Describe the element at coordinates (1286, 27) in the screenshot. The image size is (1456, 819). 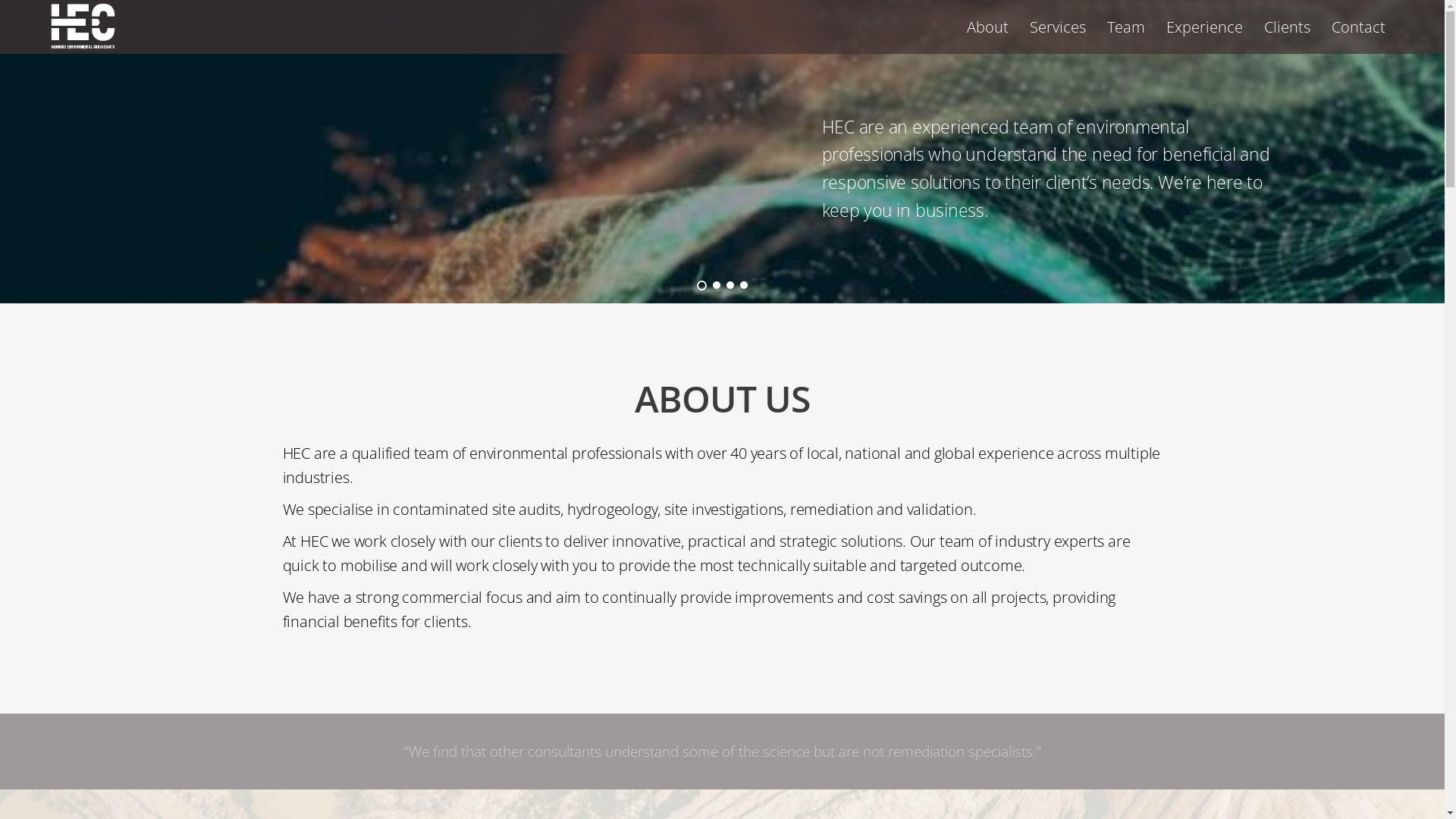
I see `'Clients'` at that location.